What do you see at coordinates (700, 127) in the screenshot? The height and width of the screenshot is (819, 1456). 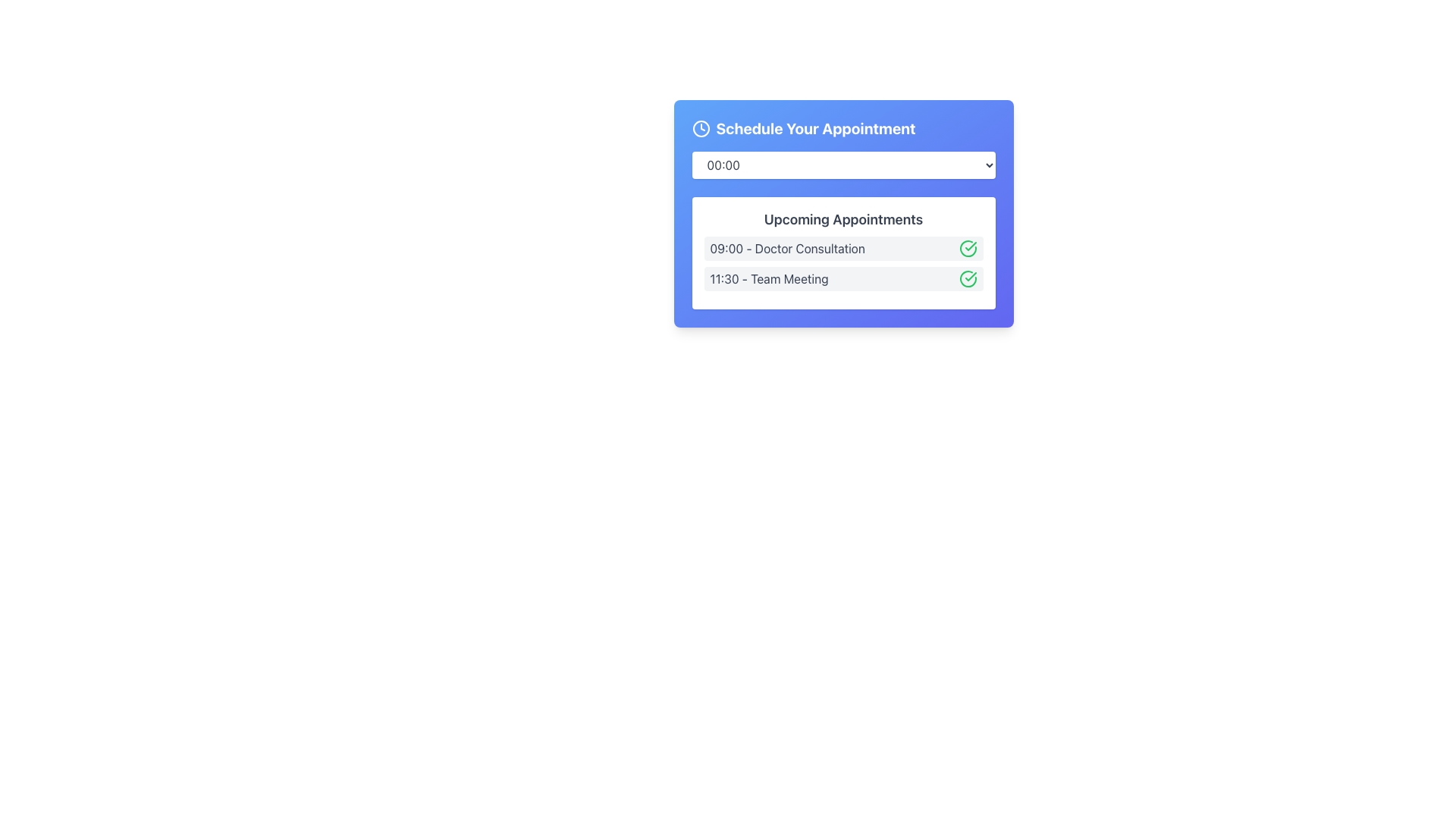 I see `the clock icon located in the top left corner of the blue header section of the card titled 'Schedule Your Appointment', which is outlined in white against a blue circular background` at bounding box center [700, 127].